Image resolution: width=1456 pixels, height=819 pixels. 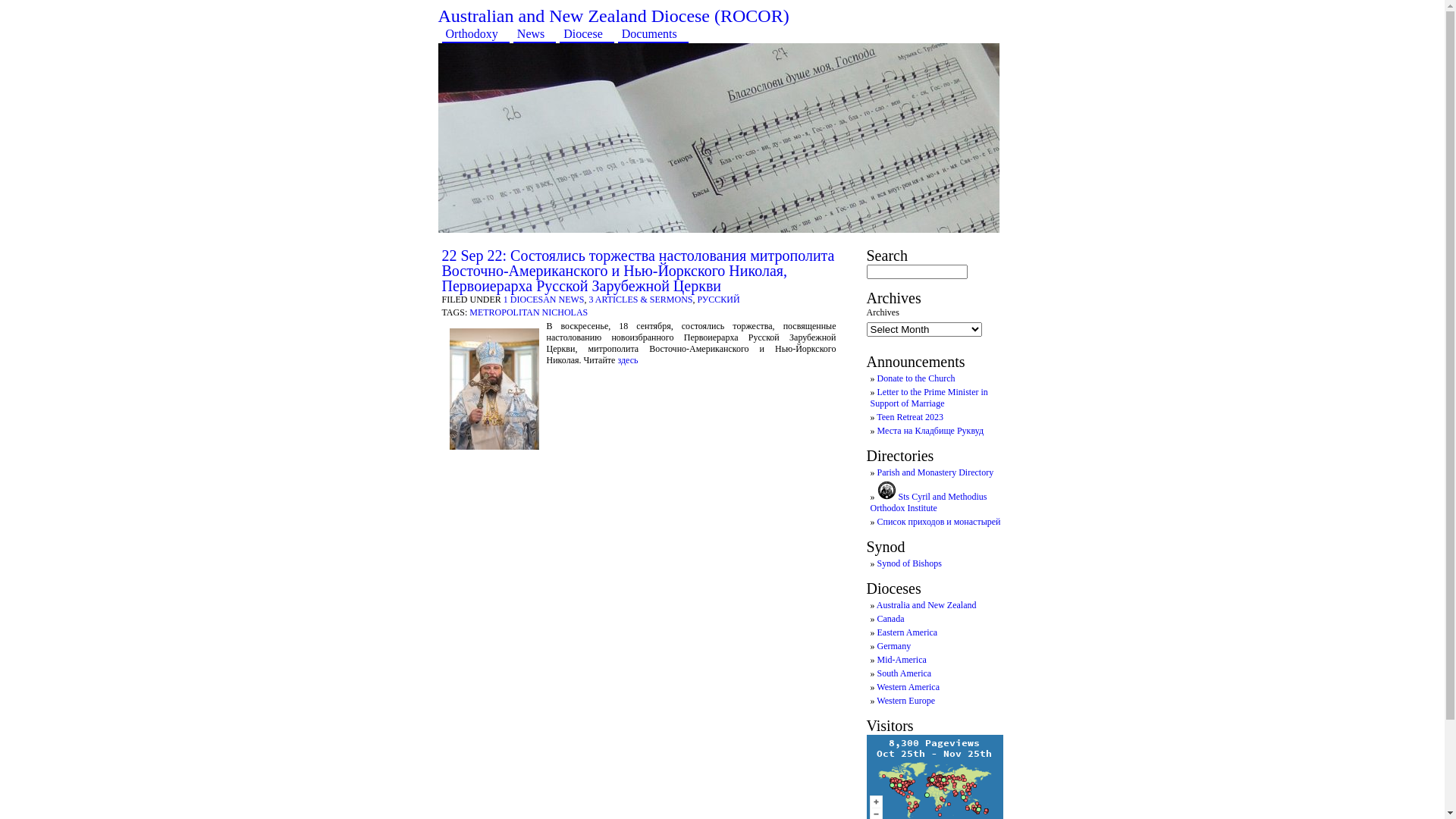 What do you see at coordinates (474, 33) in the screenshot?
I see `'Orthodoxy'` at bounding box center [474, 33].